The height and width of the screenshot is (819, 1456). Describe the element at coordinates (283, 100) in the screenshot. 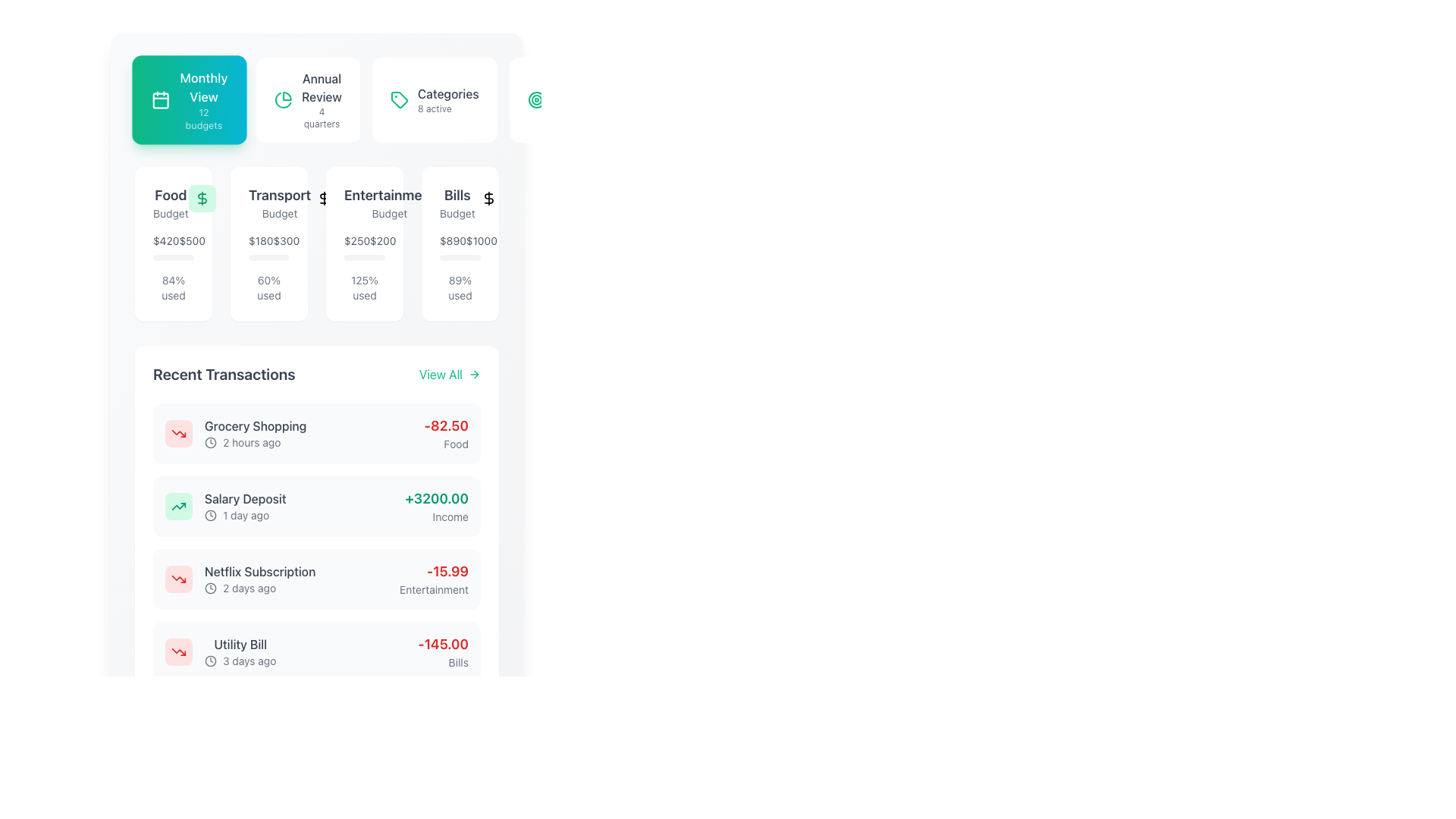

I see `the second slice of the pie chart icon located in the top-right navigation section next to the 'Annual Review' tab` at that location.